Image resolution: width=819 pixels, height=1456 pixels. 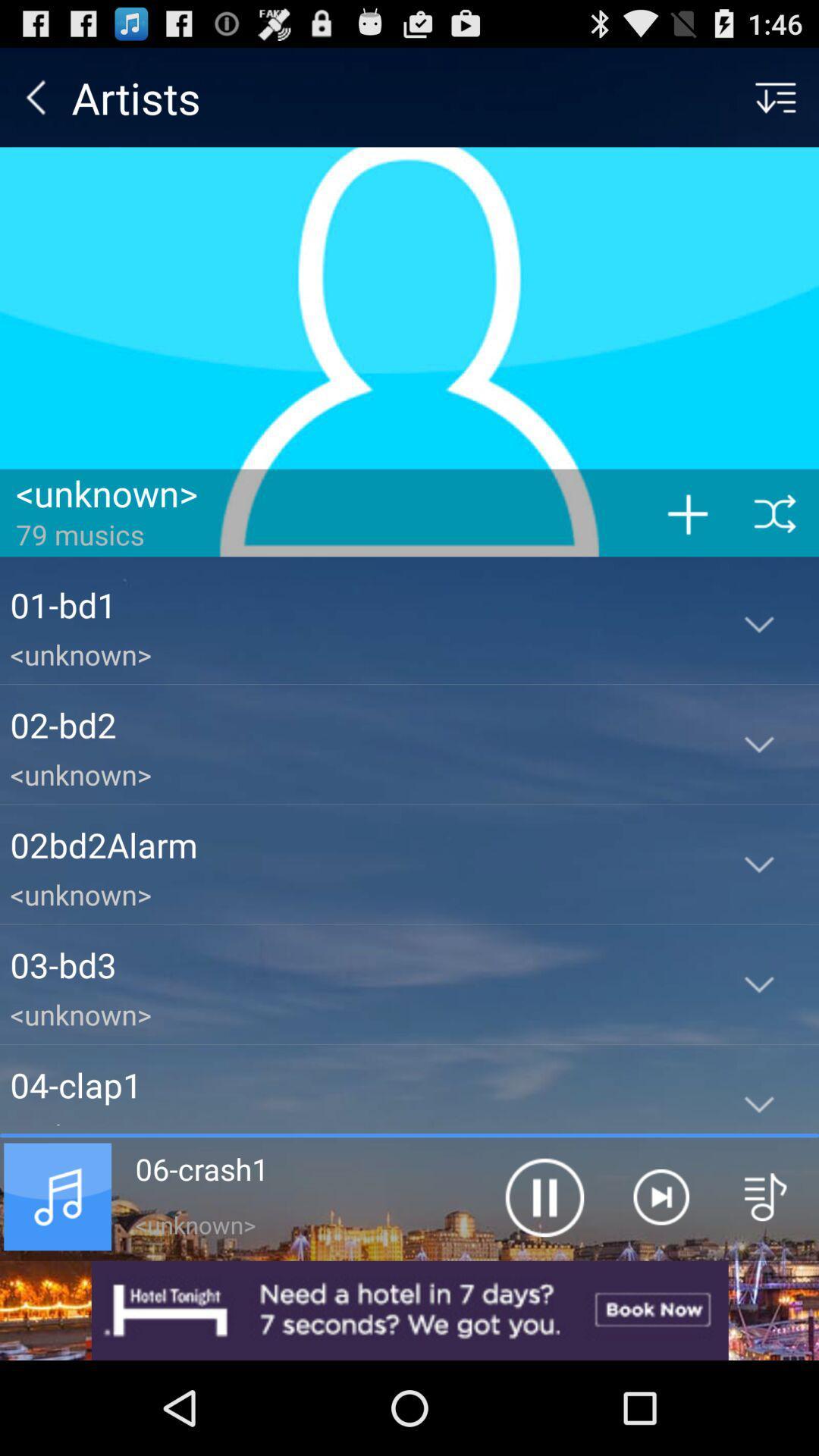 I want to click on the playlist icon, so click(x=766, y=1280).